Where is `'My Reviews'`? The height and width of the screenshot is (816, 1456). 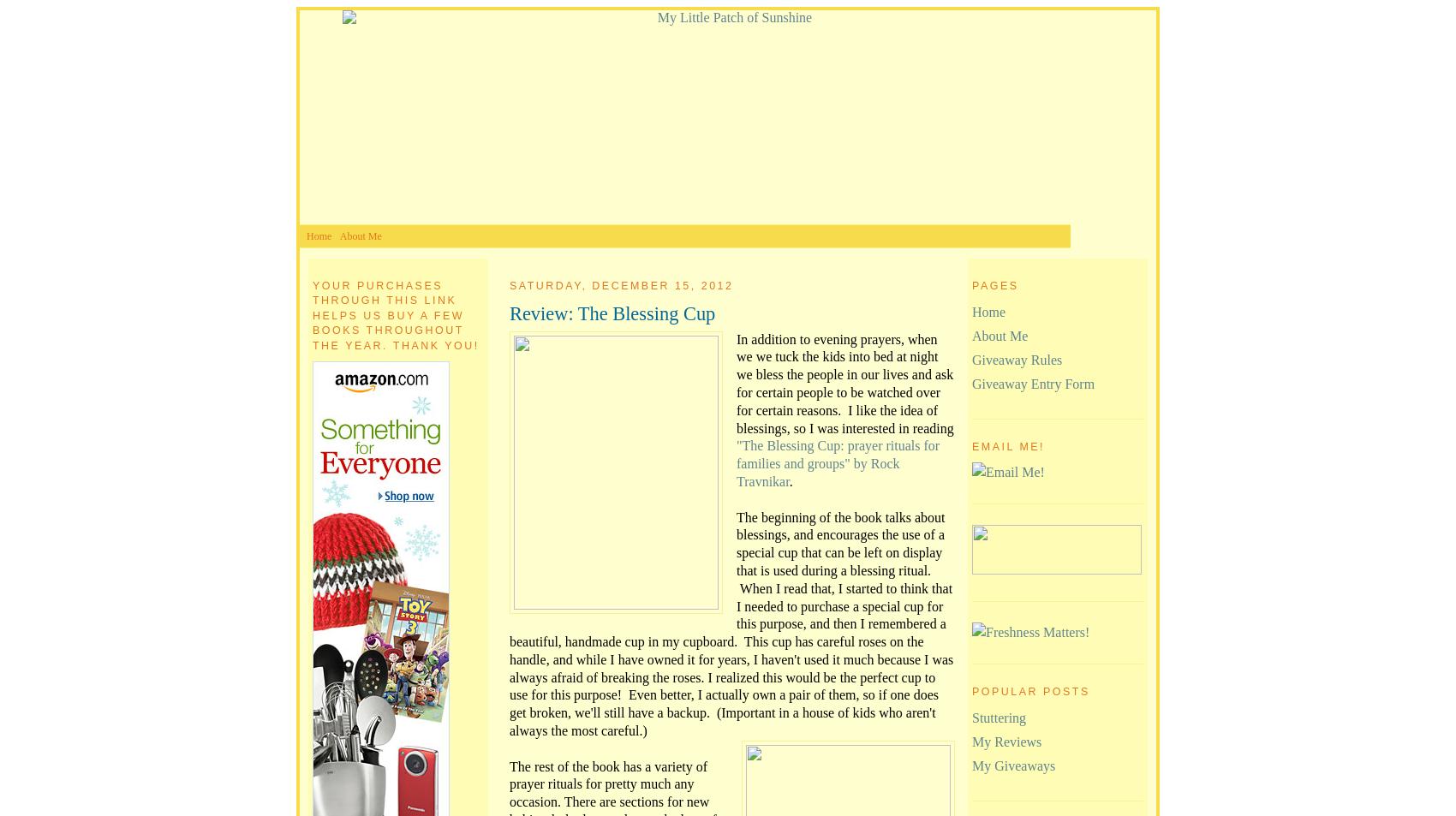
'My Reviews' is located at coordinates (1005, 742).